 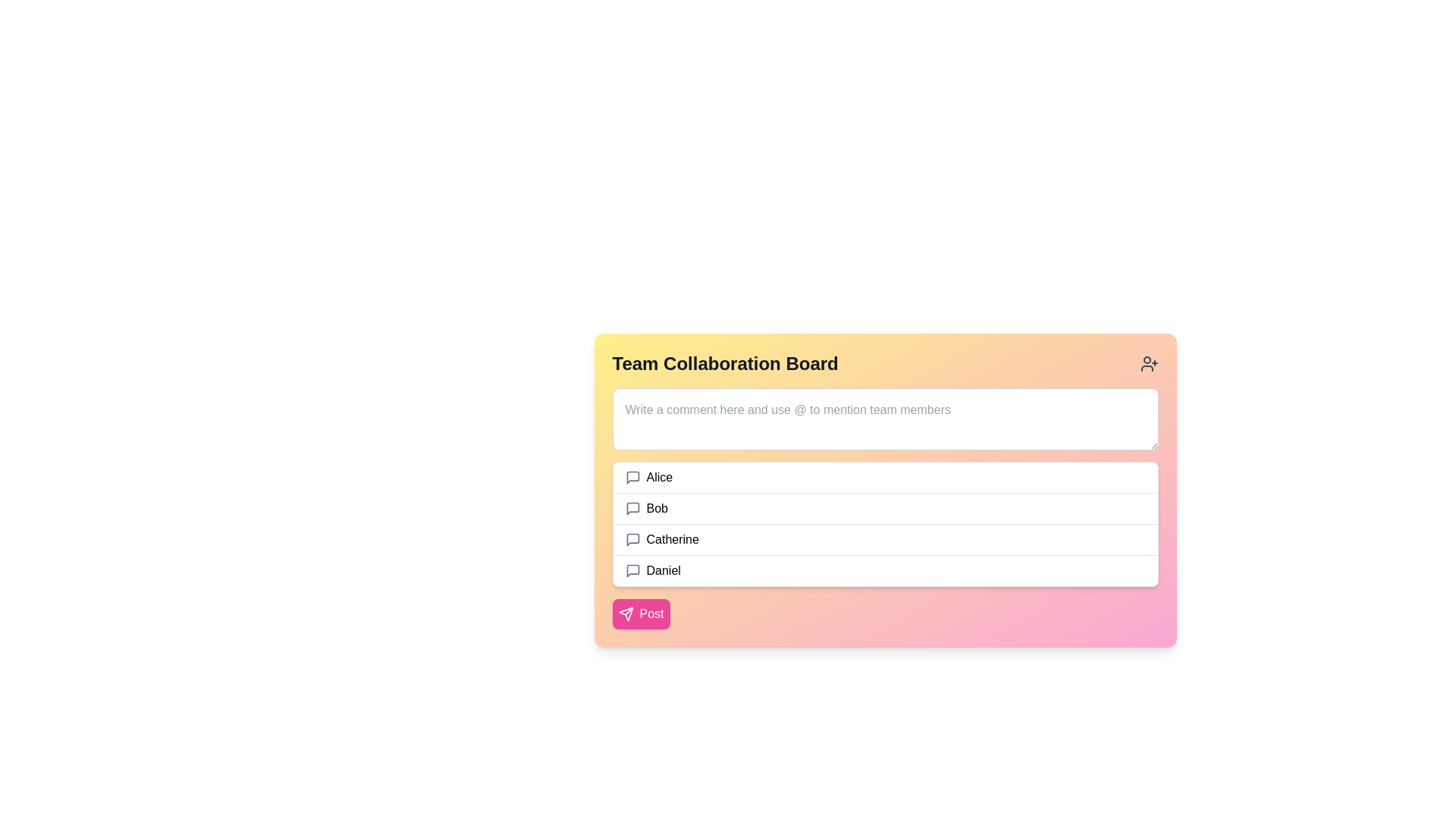 I want to click on the prominent header text reading 'Team Collaboration Board', which is styled in a bold and large font against a lighter gradient background at the top-left section of the card-like layout, so click(x=724, y=363).